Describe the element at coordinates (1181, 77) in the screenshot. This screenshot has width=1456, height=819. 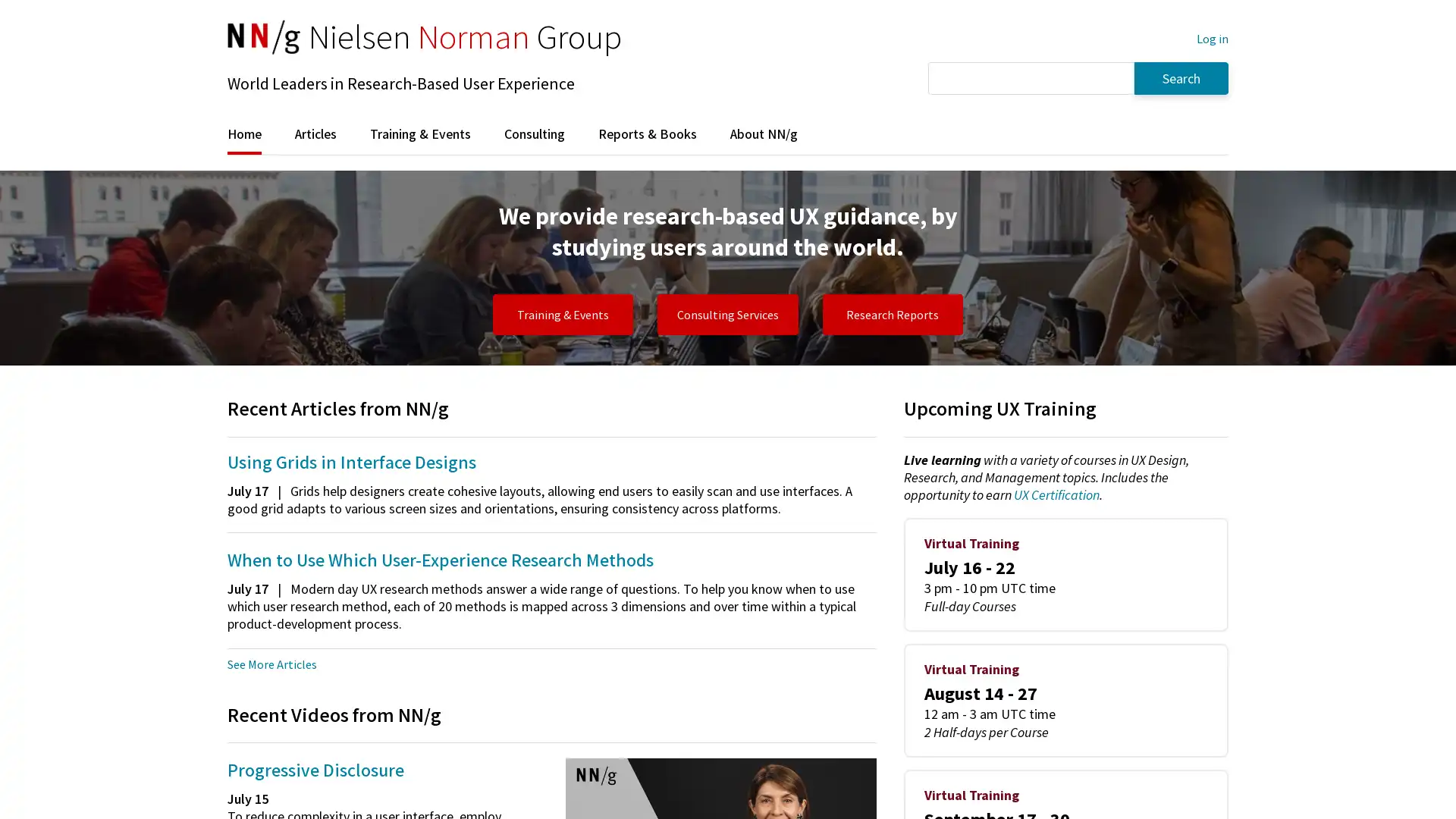
I see `Search` at that location.